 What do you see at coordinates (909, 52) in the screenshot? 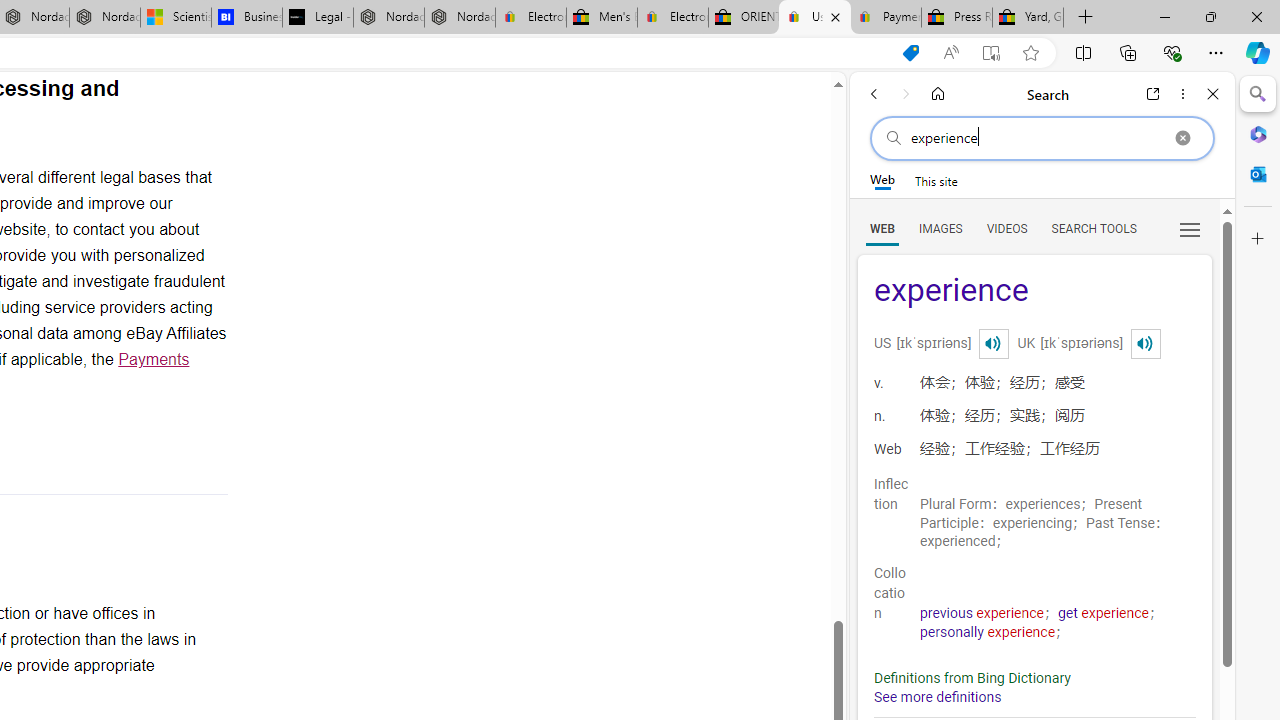
I see `'This site has coupons! Shopping in Microsoft Edge'` at bounding box center [909, 52].